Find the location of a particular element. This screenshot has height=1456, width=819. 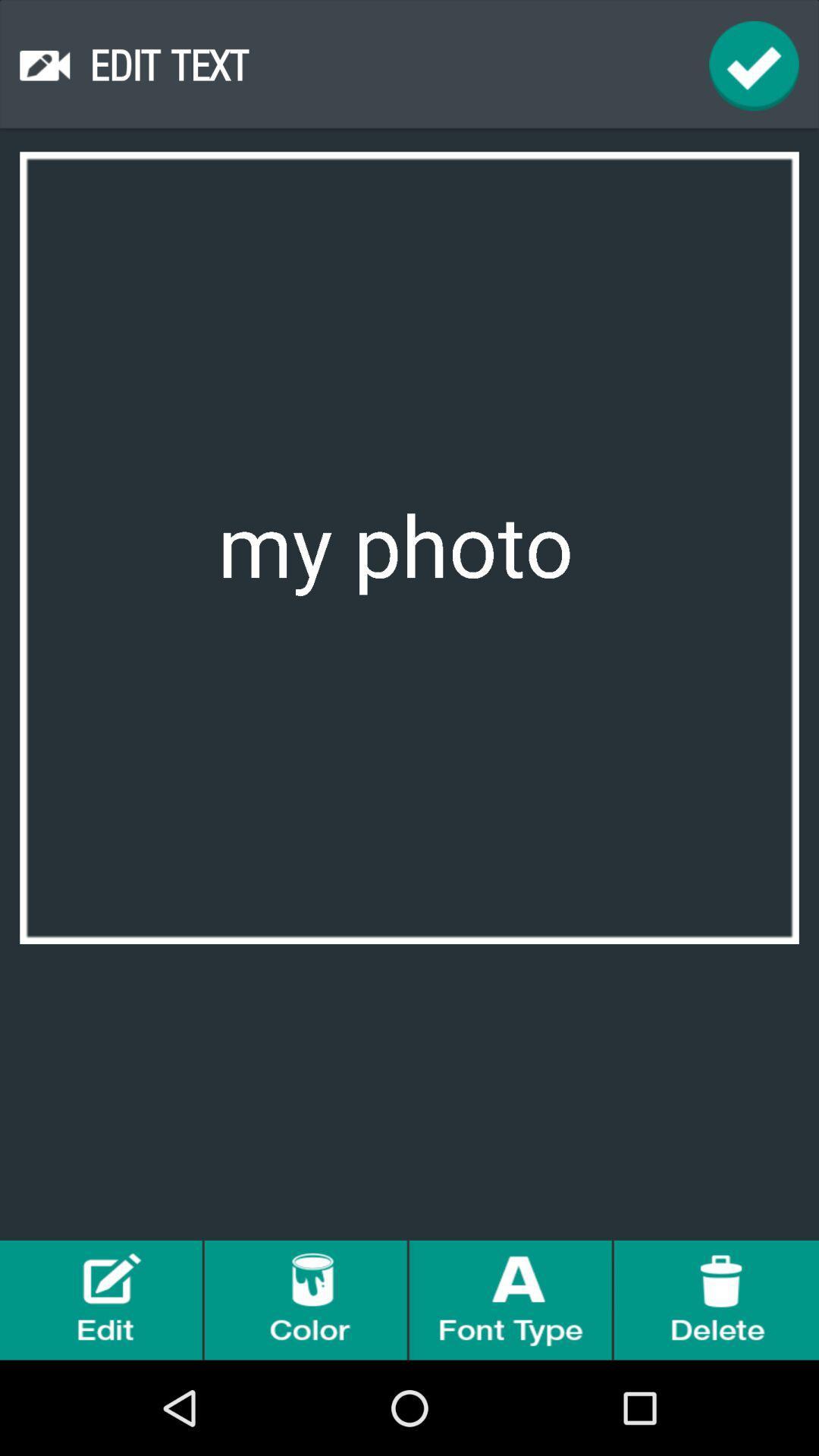

confirm edition is located at coordinates (754, 64).